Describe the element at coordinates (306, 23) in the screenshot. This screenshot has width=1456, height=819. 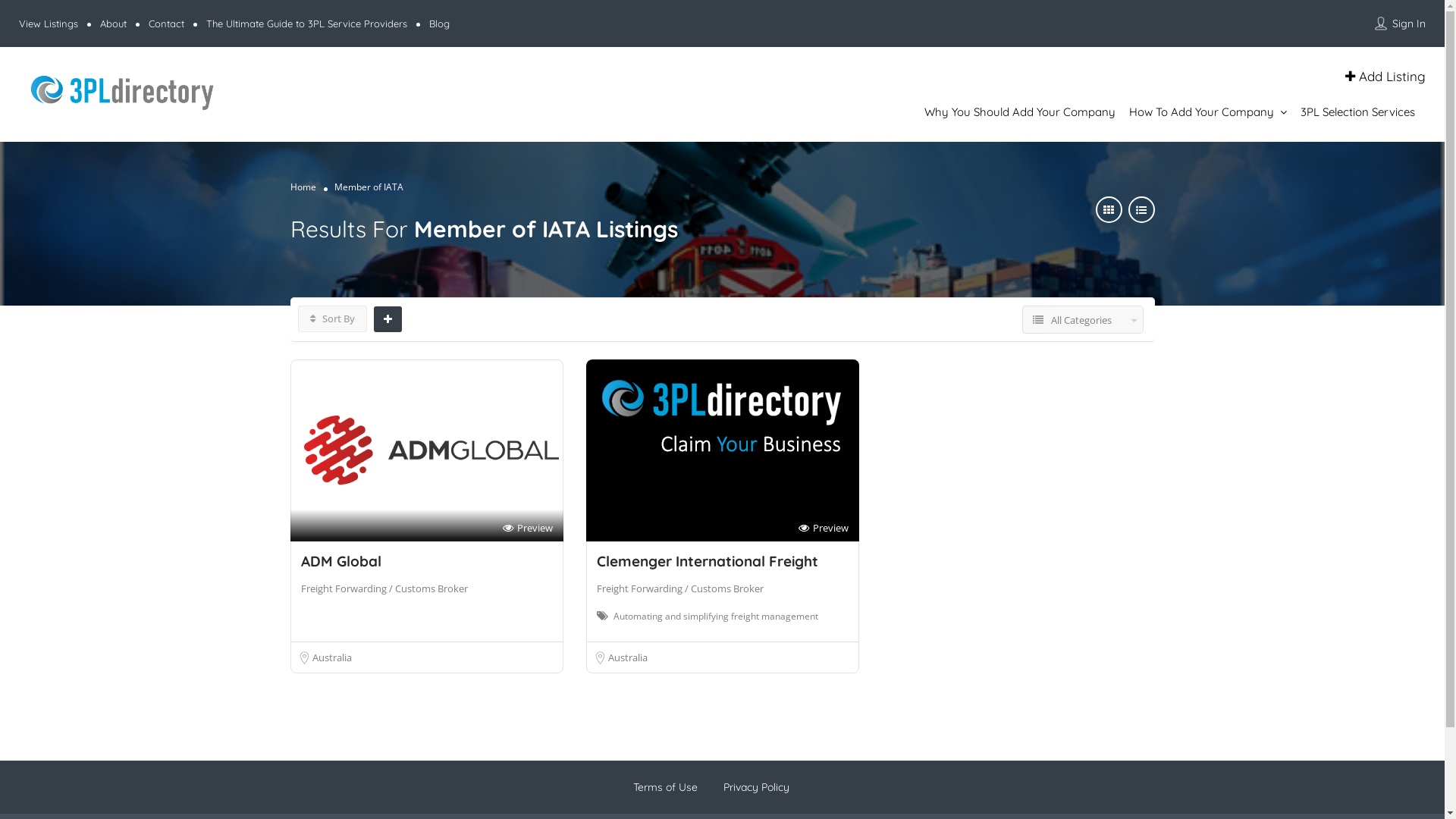
I see `'The Ultimate Guide to 3PL Service Providers'` at that location.